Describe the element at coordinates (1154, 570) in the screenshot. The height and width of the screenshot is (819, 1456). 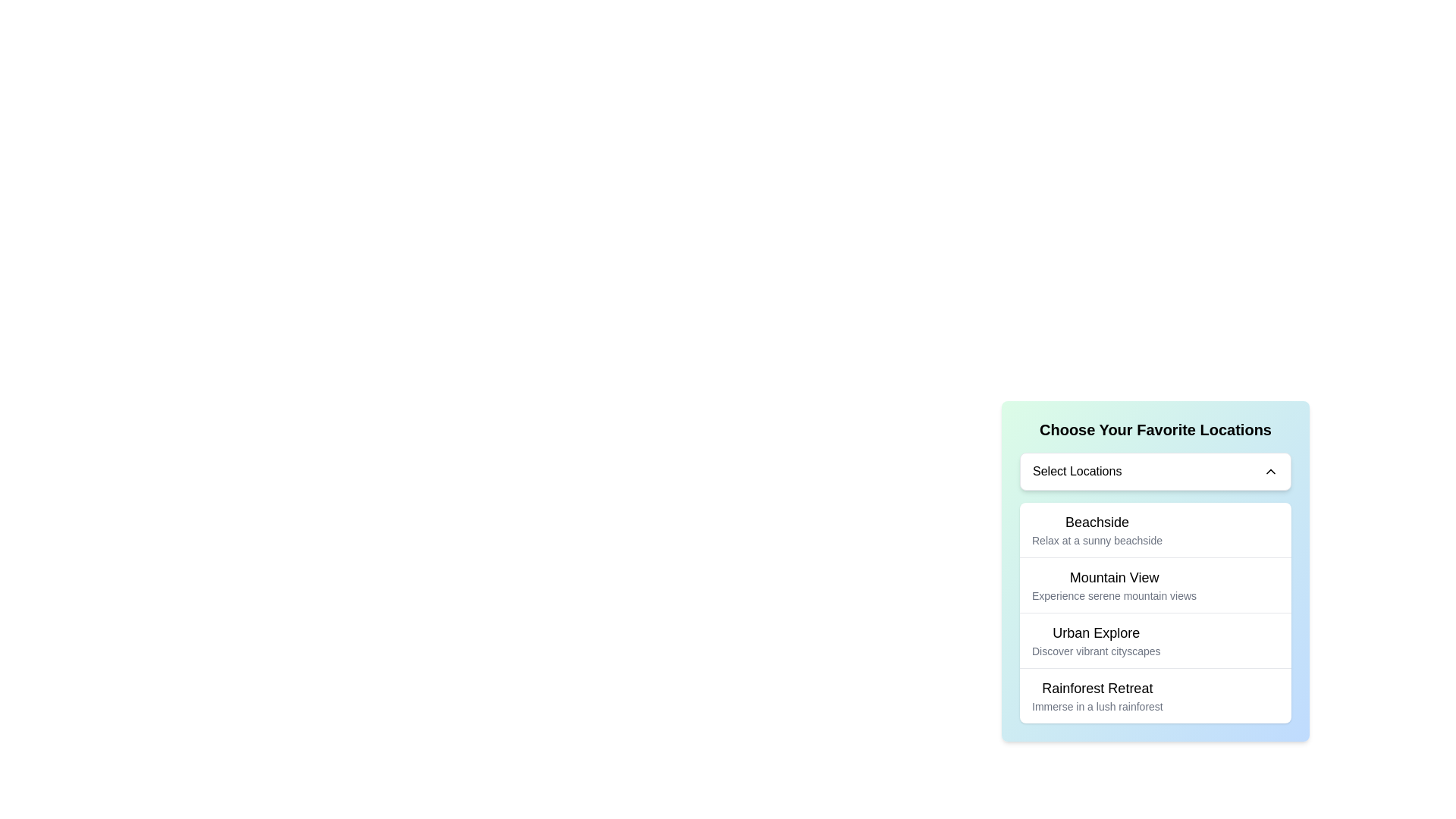
I see `the selectable list item labeled 'Mountain View', which is the second option in the list under 'Choose Your Favorite Locations'` at that location.